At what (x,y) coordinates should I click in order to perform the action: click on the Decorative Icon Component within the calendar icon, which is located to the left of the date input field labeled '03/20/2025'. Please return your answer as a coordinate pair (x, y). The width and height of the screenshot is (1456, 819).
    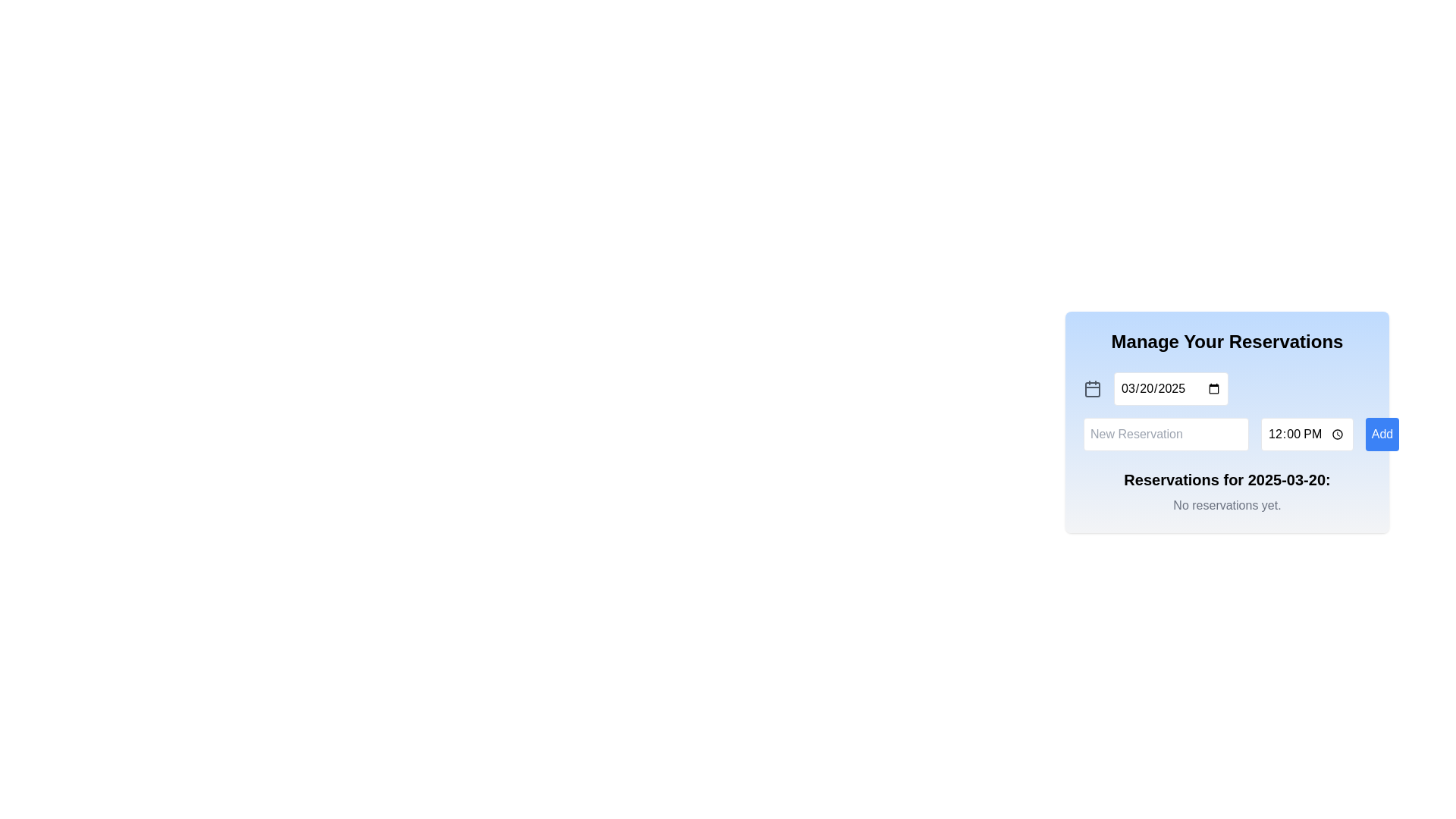
    Looking at the image, I should click on (1092, 388).